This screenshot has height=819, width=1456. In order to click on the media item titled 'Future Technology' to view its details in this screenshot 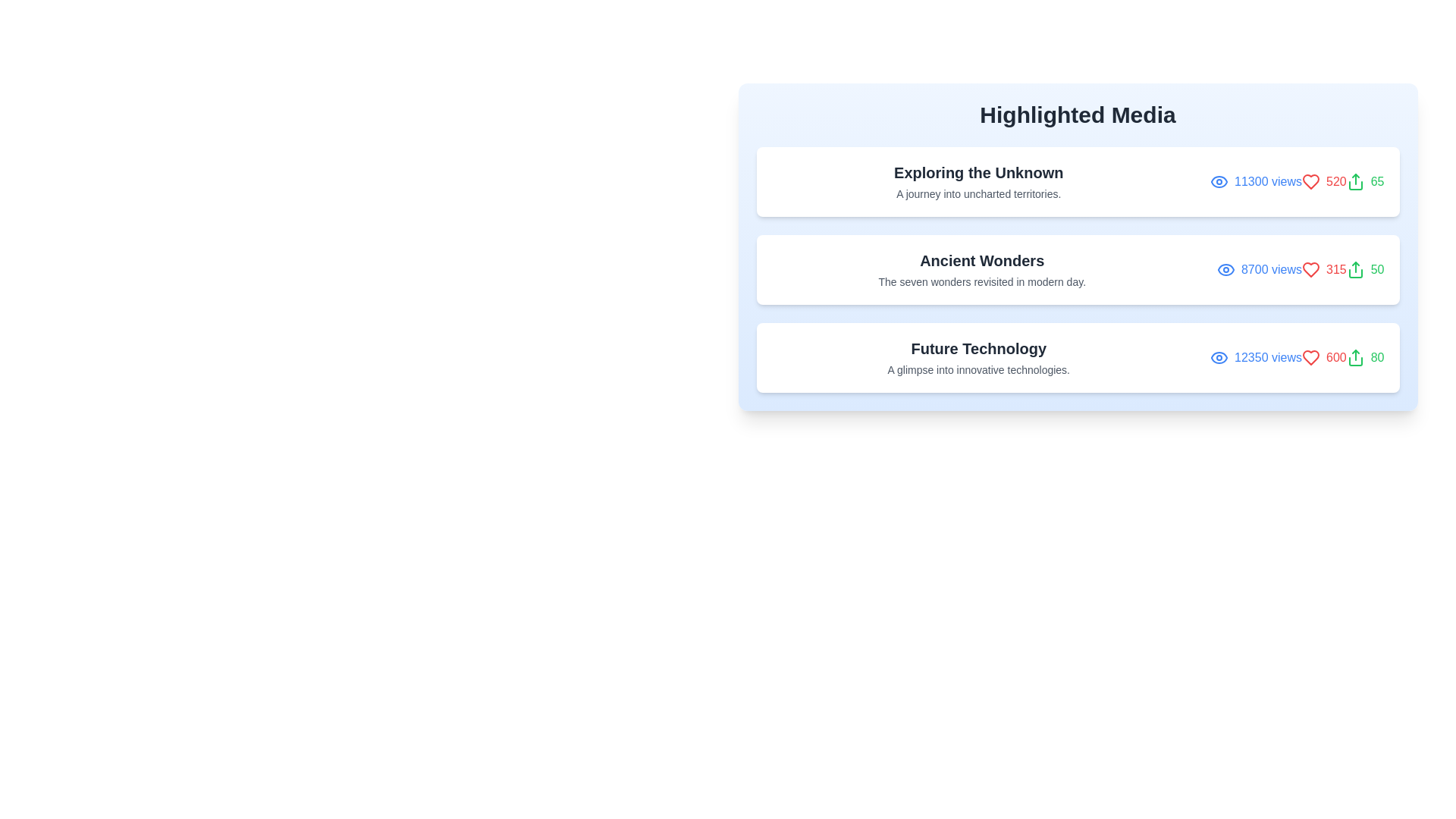, I will do `click(1077, 357)`.